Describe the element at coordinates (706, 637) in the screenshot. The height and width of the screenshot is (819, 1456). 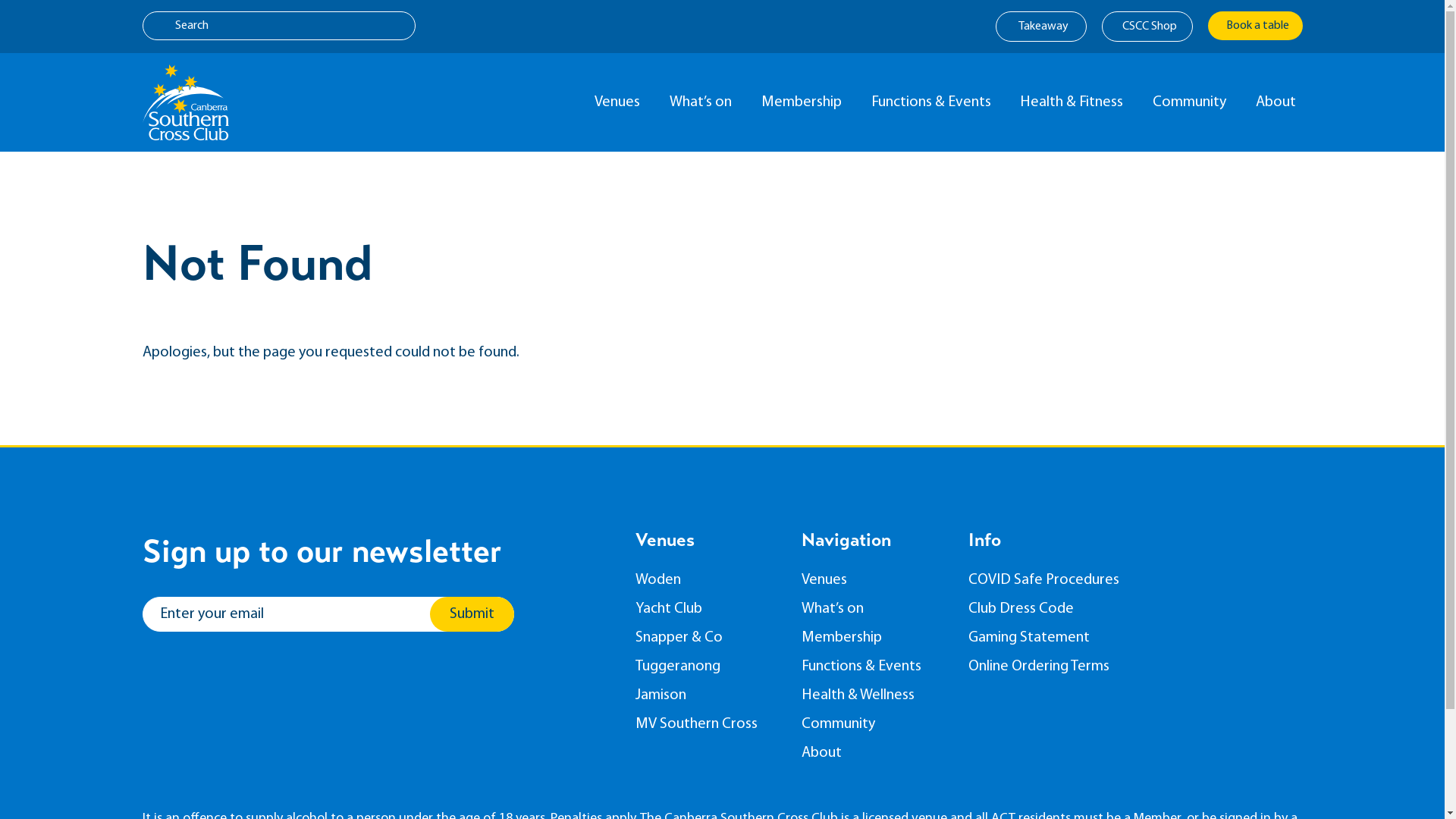
I see `'Snapper & Co'` at that location.